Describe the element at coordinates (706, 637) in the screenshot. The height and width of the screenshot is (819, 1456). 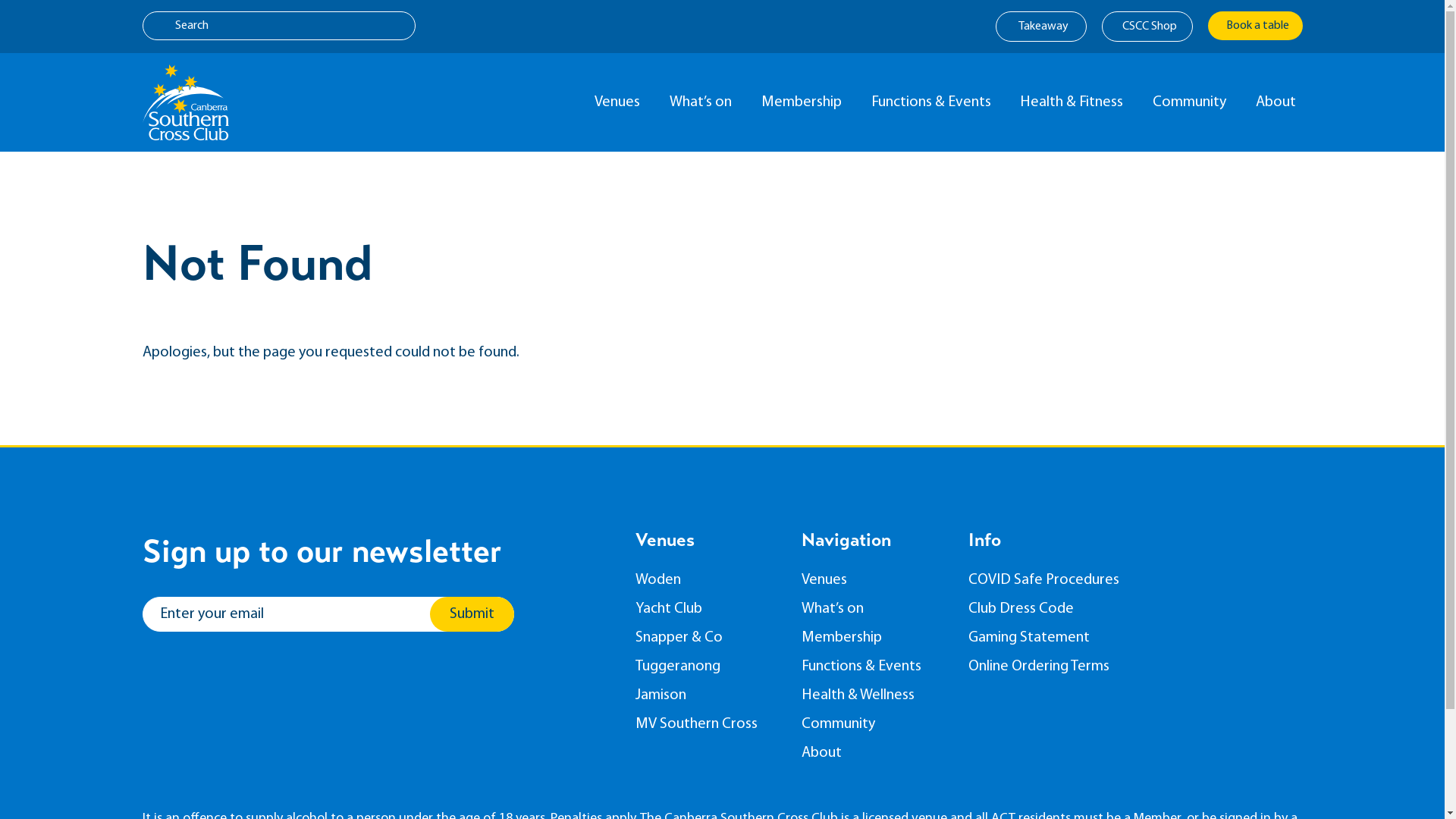
I see `'Snapper & Co'` at that location.